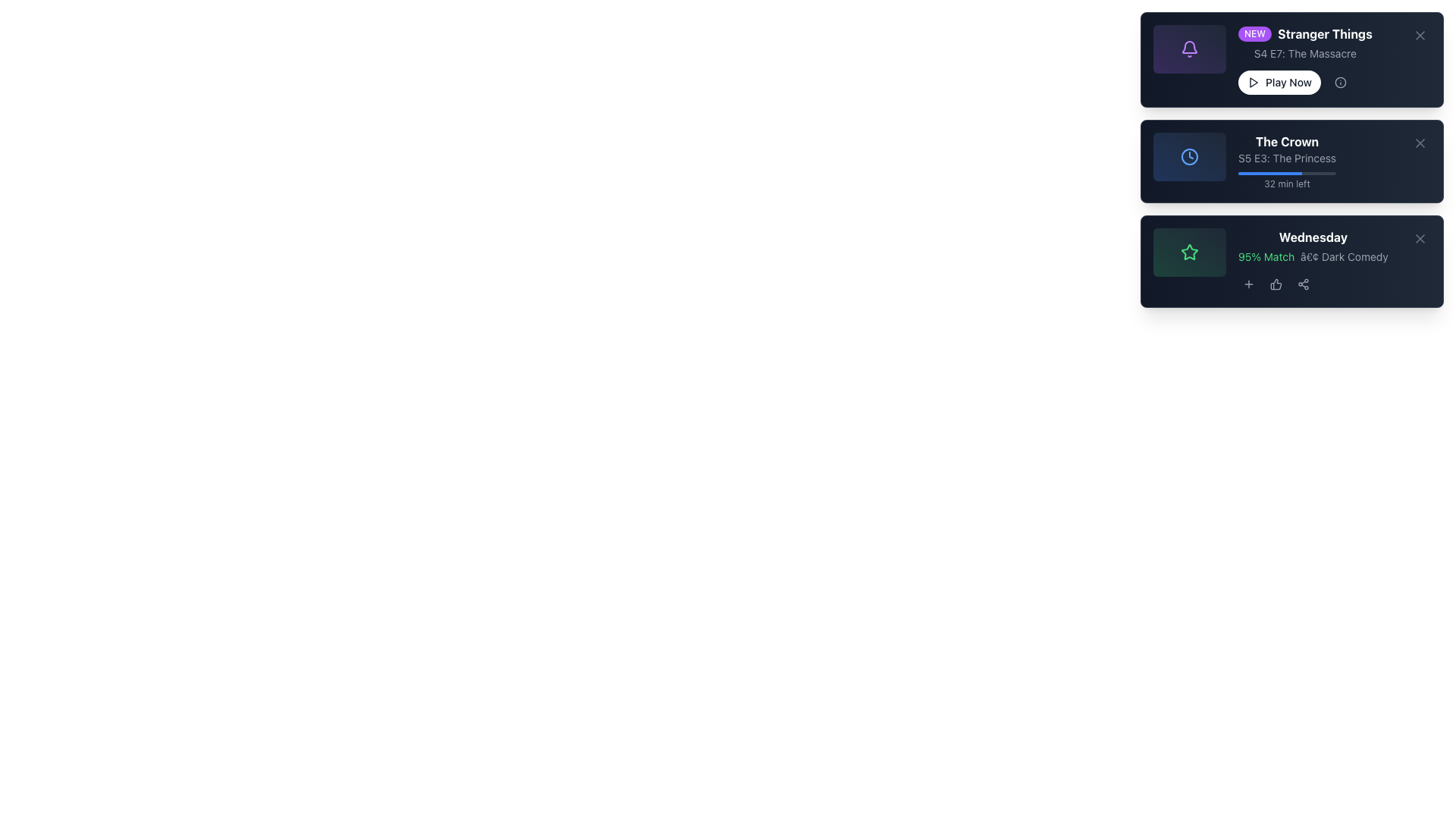 The width and height of the screenshot is (1456, 819). I want to click on the close button located in the top-right corner of the 'Wednesday' list item, so click(1419, 239).